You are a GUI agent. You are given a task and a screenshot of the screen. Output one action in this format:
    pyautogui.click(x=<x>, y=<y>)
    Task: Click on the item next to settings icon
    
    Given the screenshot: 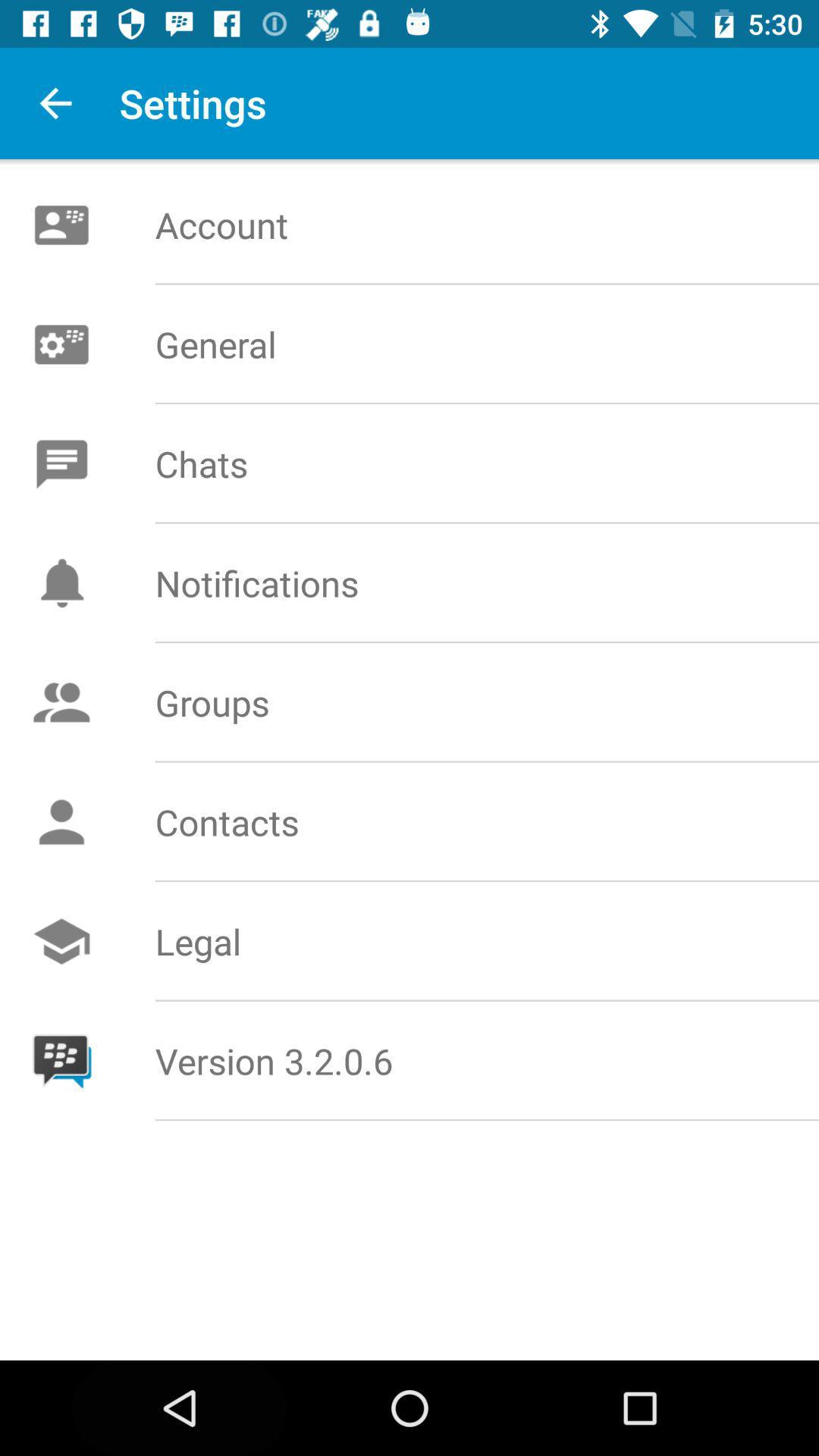 What is the action you would take?
    pyautogui.click(x=55, y=102)
    